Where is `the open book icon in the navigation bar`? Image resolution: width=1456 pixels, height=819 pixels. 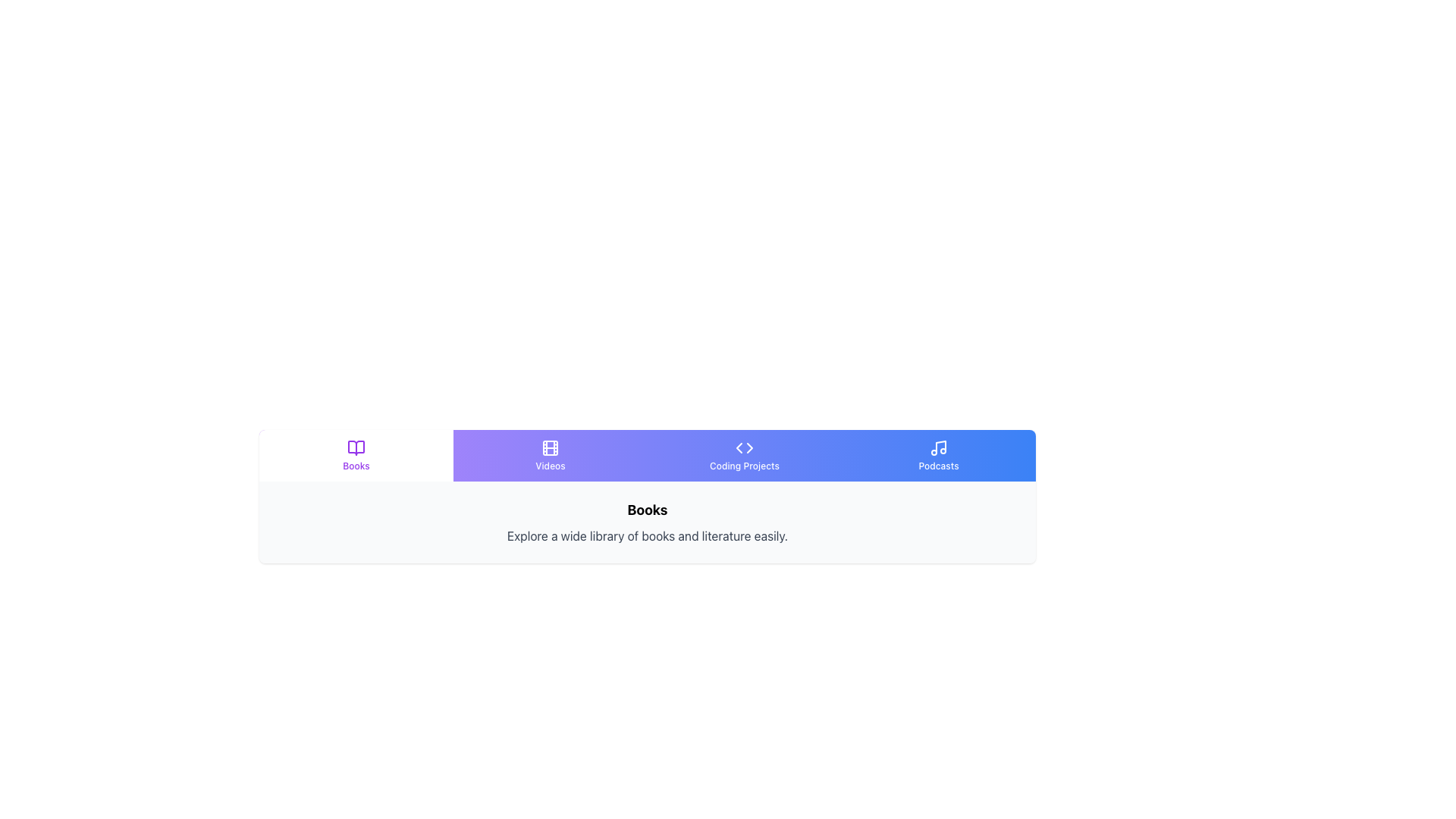 the open book icon in the navigation bar is located at coordinates (356, 447).